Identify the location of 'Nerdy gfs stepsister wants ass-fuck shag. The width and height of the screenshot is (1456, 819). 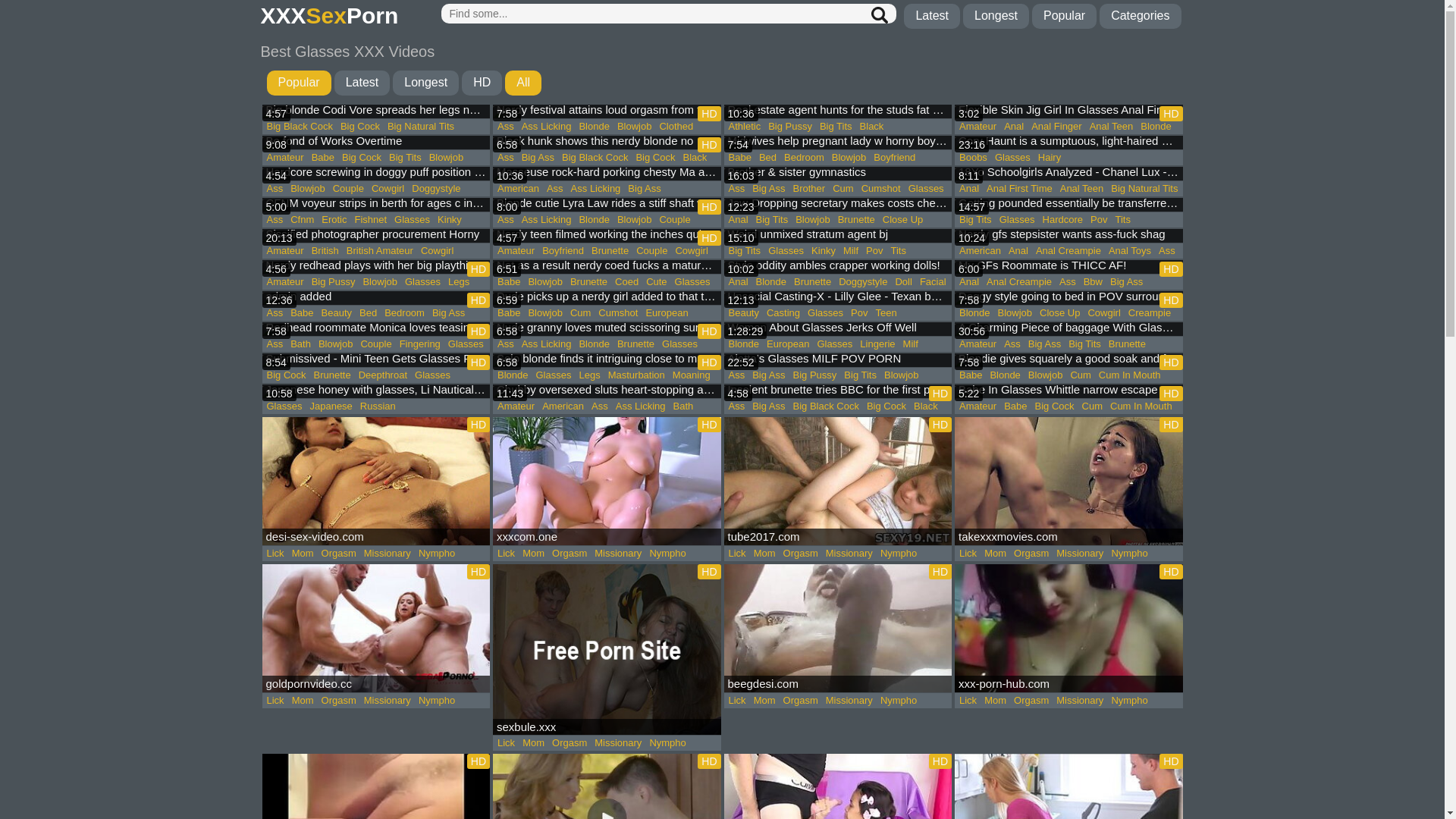
(1068, 237).